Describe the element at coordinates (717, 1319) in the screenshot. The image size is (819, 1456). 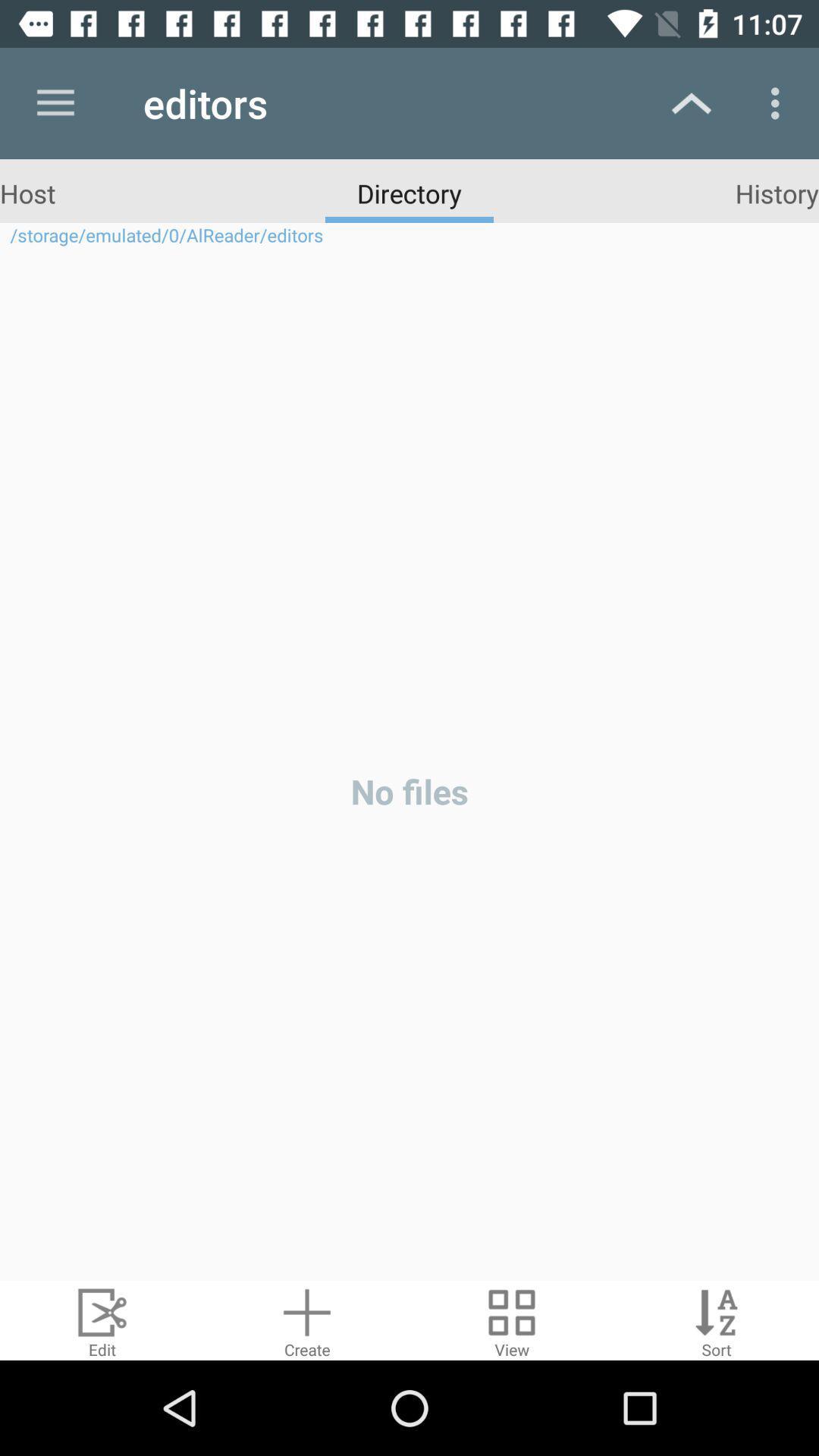
I see `sort by alphetical order` at that location.